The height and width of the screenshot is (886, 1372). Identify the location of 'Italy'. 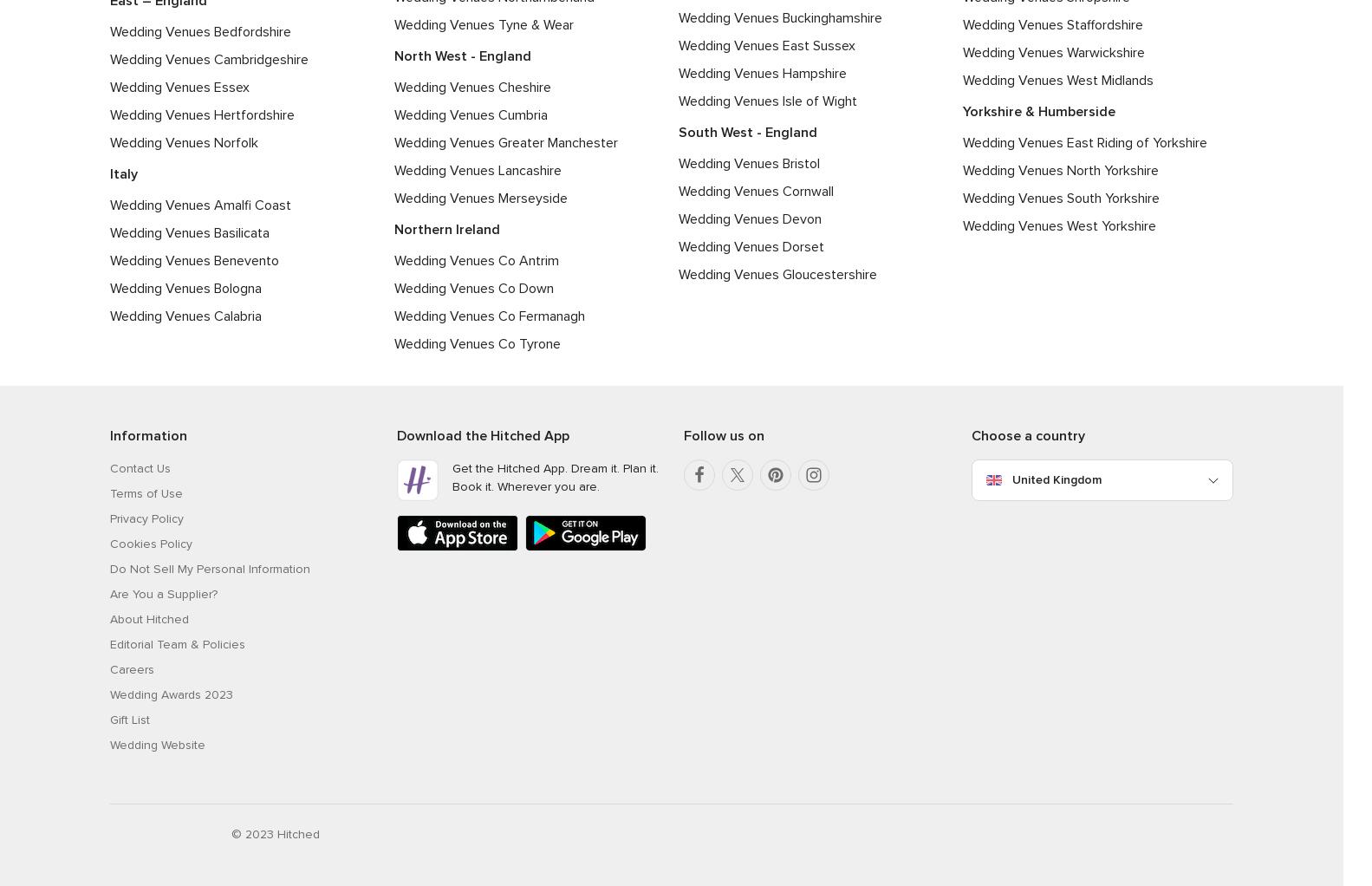
(123, 173).